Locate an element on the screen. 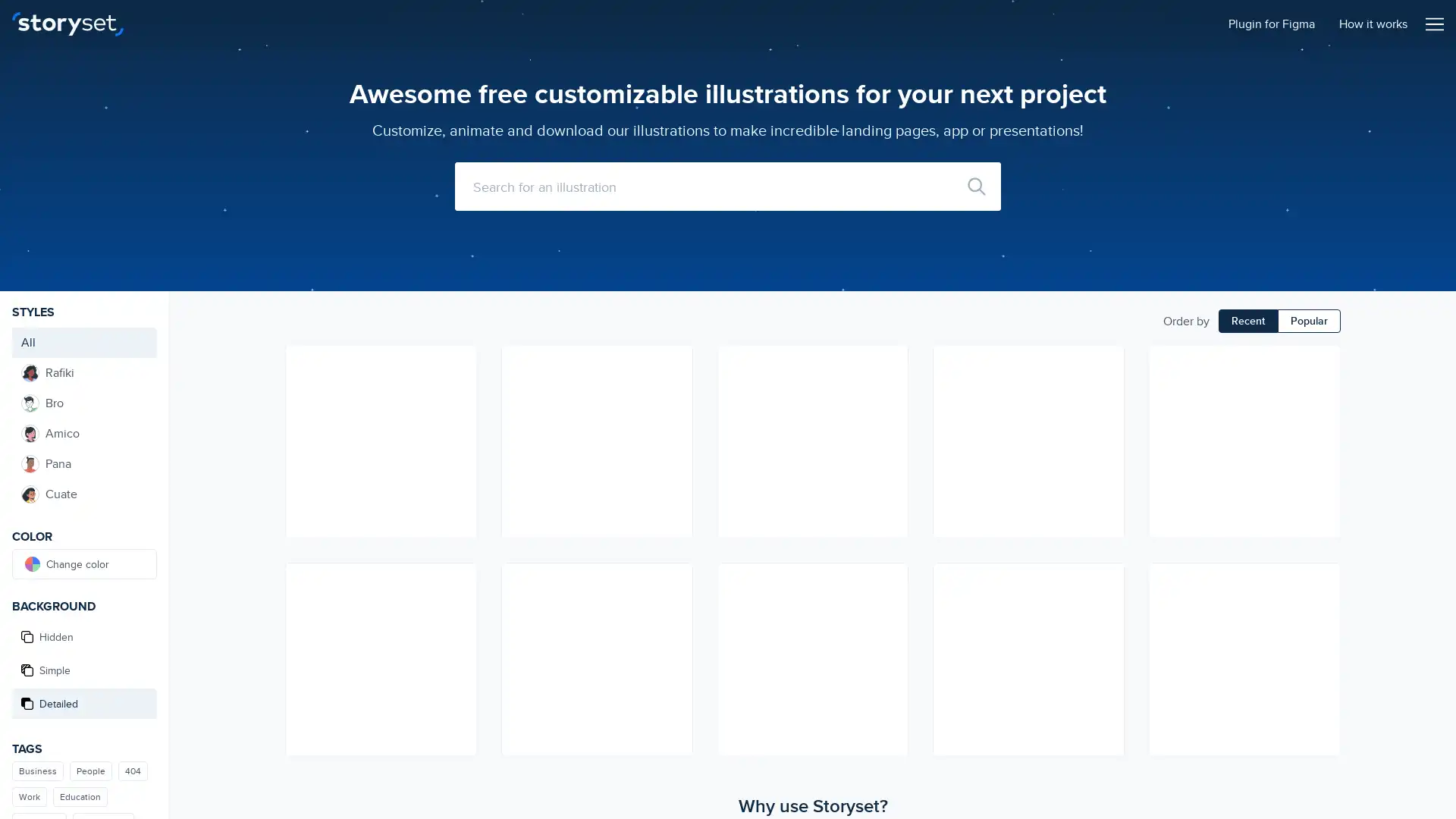  download icon Download is located at coordinates (457, 391).